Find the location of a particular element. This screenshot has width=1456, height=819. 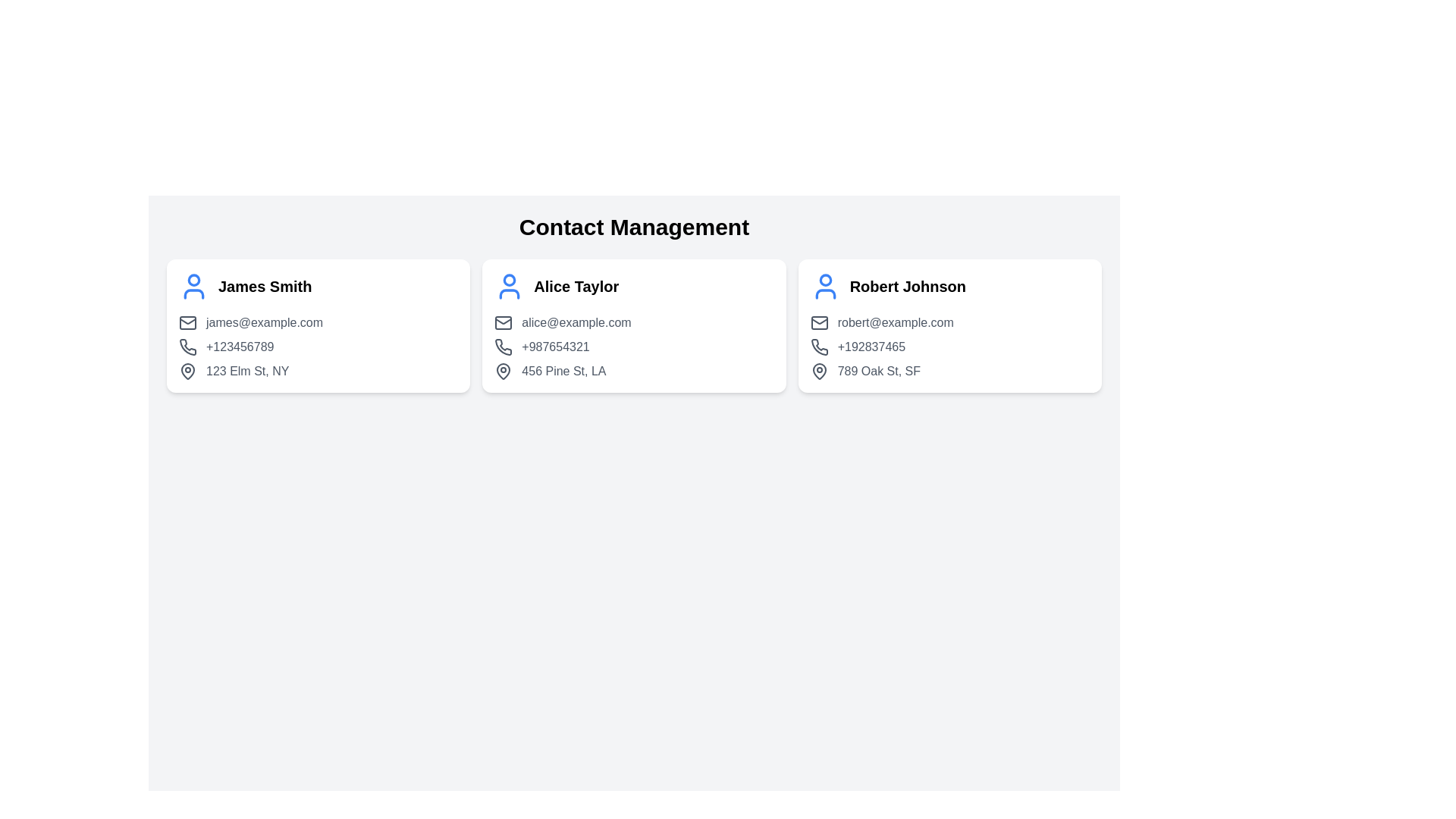

the Contact card for 'Alice Taylor', which is the second card in the grid layout, by clicking on it is located at coordinates (634, 325).